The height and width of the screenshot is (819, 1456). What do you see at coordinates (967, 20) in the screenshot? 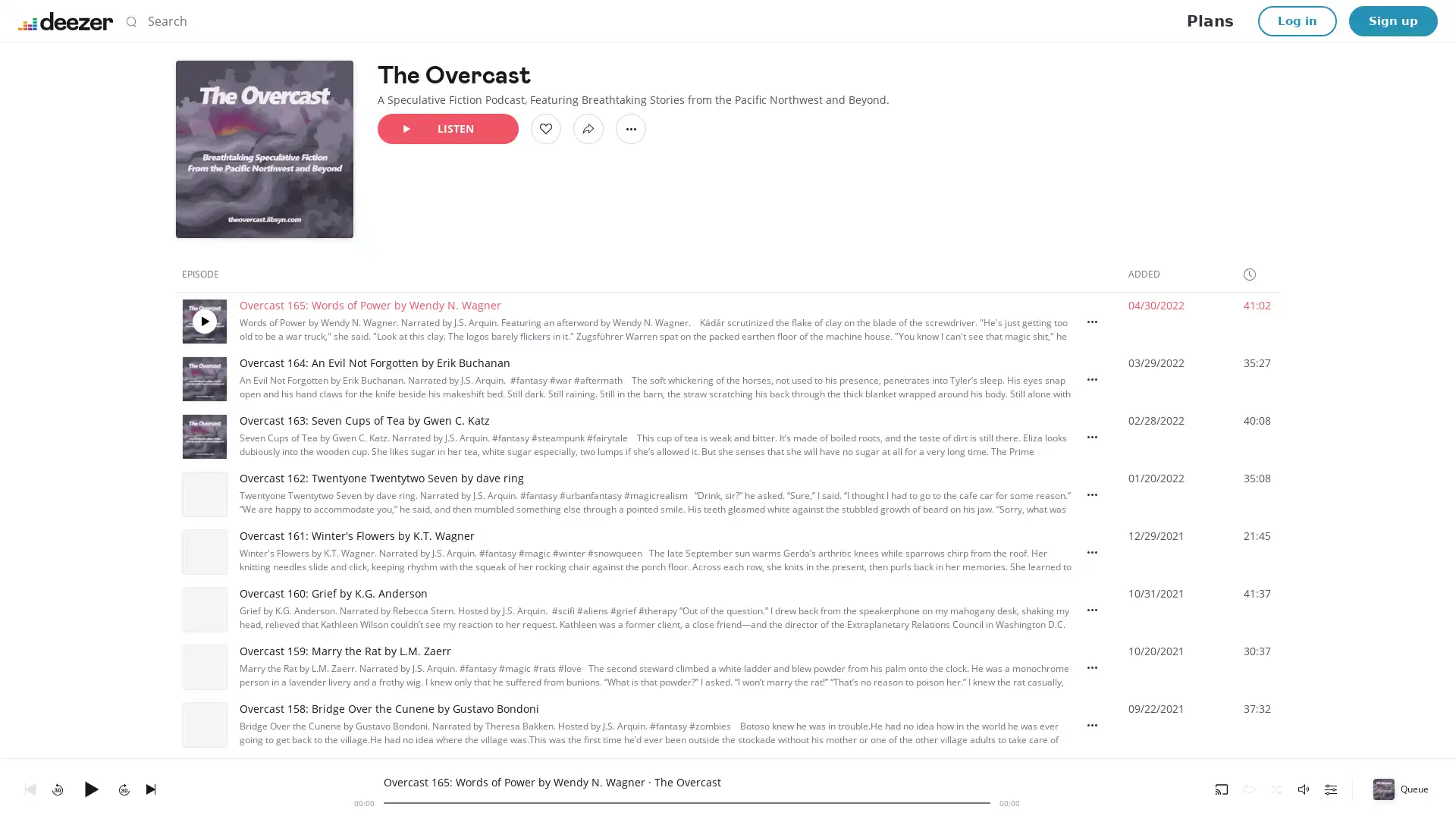
I see `Clear` at bounding box center [967, 20].